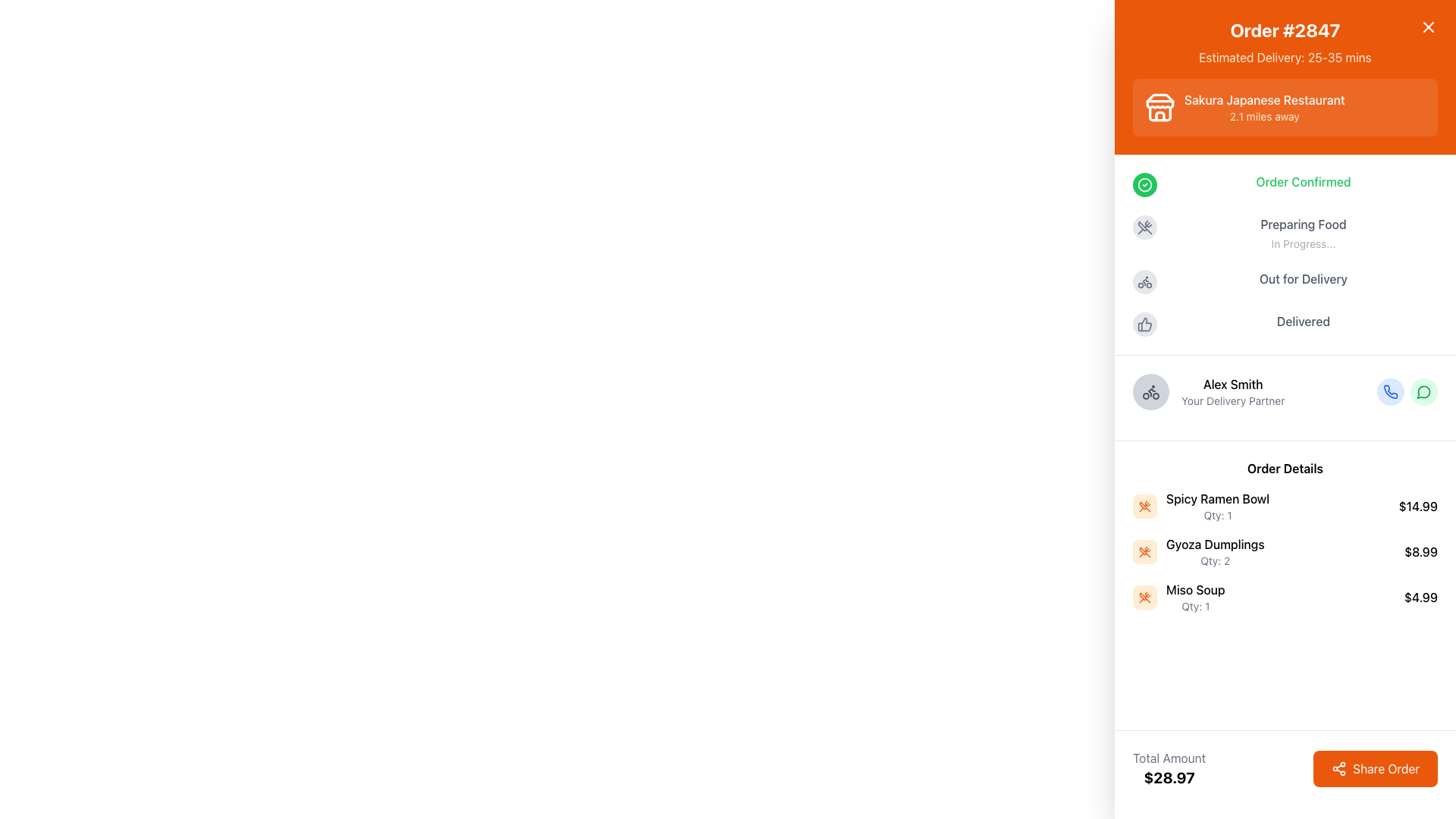 The height and width of the screenshot is (819, 1456). What do you see at coordinates (1200, 506) in the screenshot?
I see `the first item descriptor in the 'Order Details' section, which includes the name and quantity of the dish ordered` at bounding box center [1200, 506].